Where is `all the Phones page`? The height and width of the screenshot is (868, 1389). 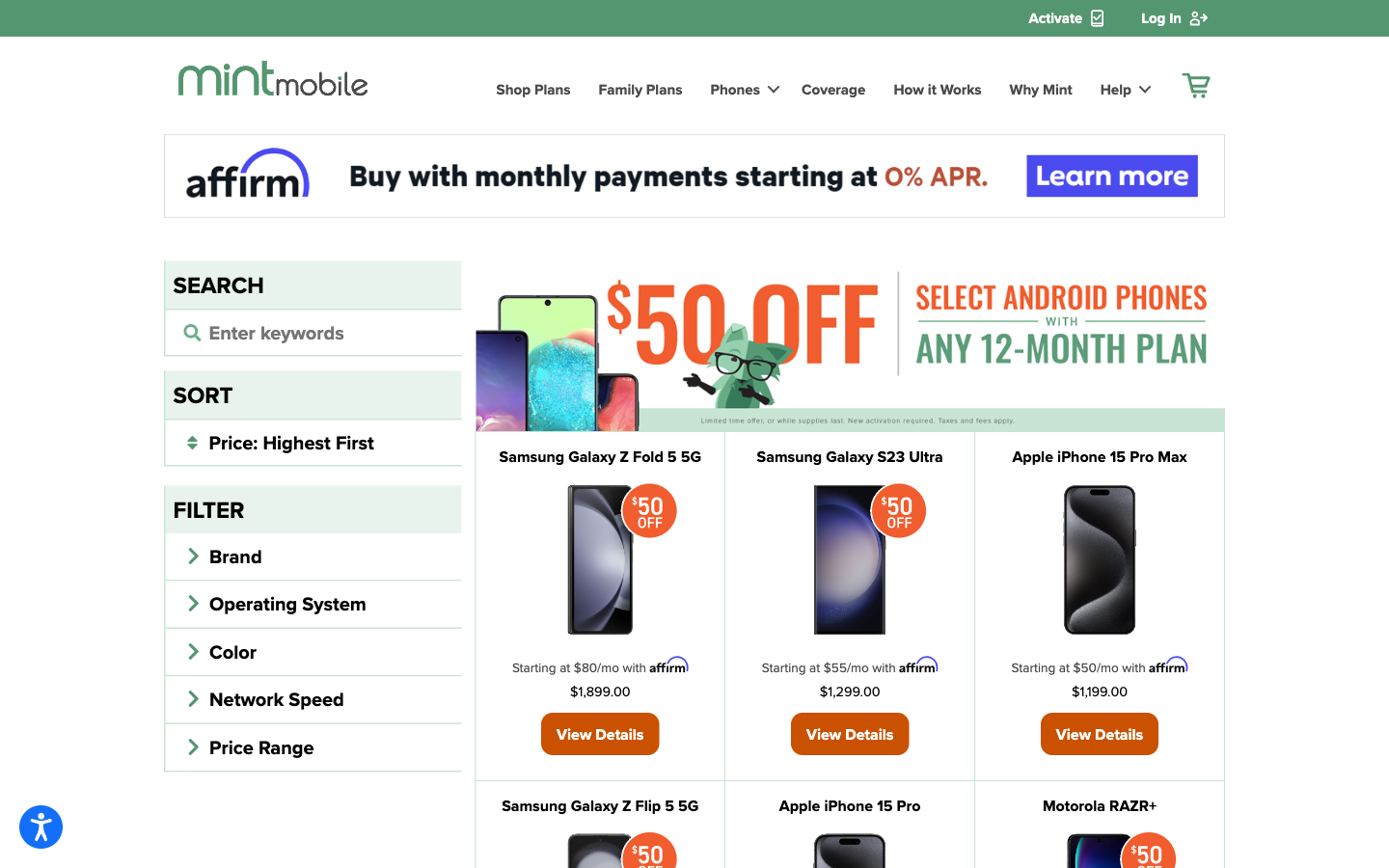 all the Phones page is located at coordinates (741, 88).